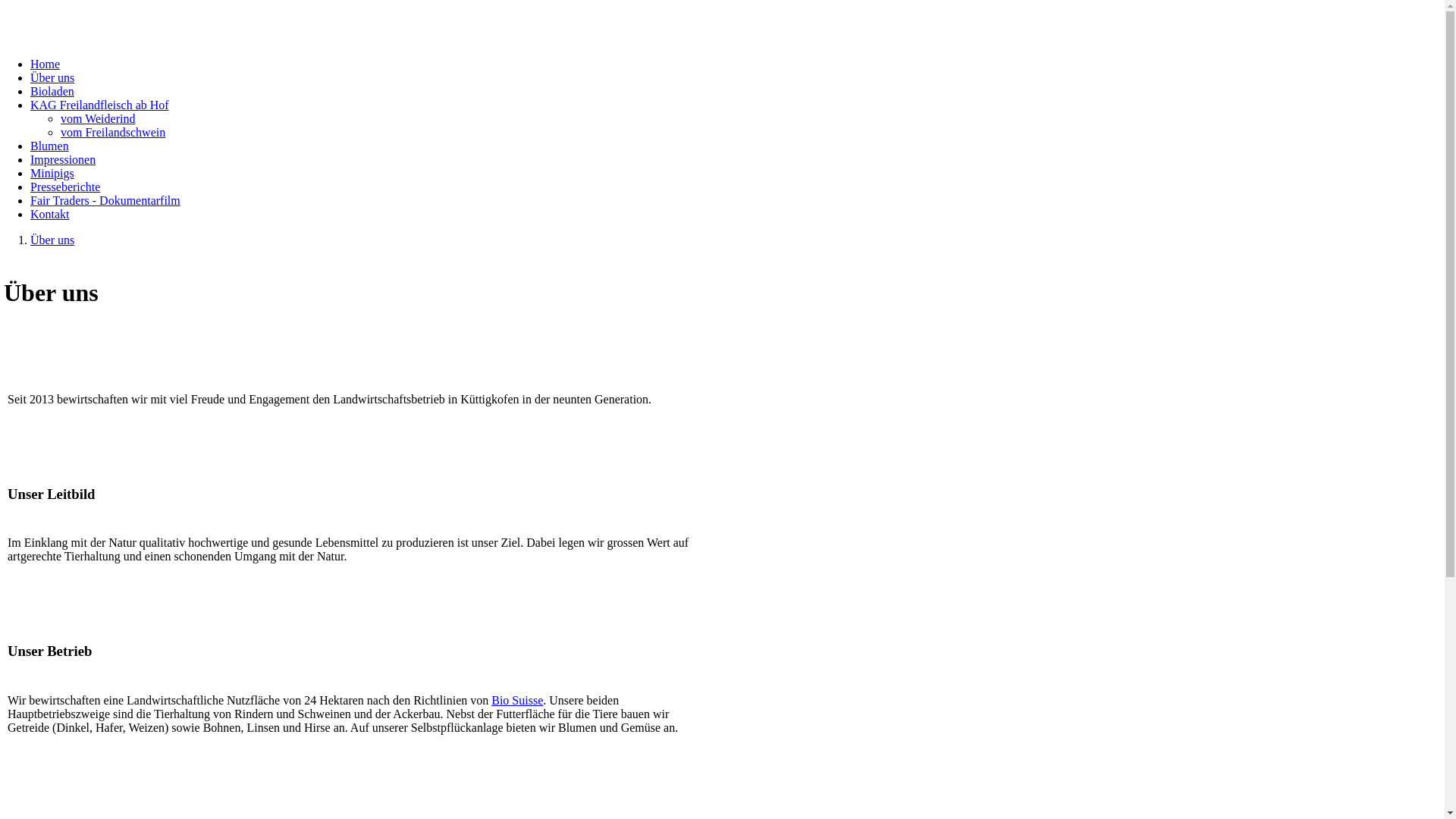 The image size is (1456, 819). What do you see at coordinates (30, 172) in the screenshot?
I see `'Minipigs'` at bounding box center [30, 172].